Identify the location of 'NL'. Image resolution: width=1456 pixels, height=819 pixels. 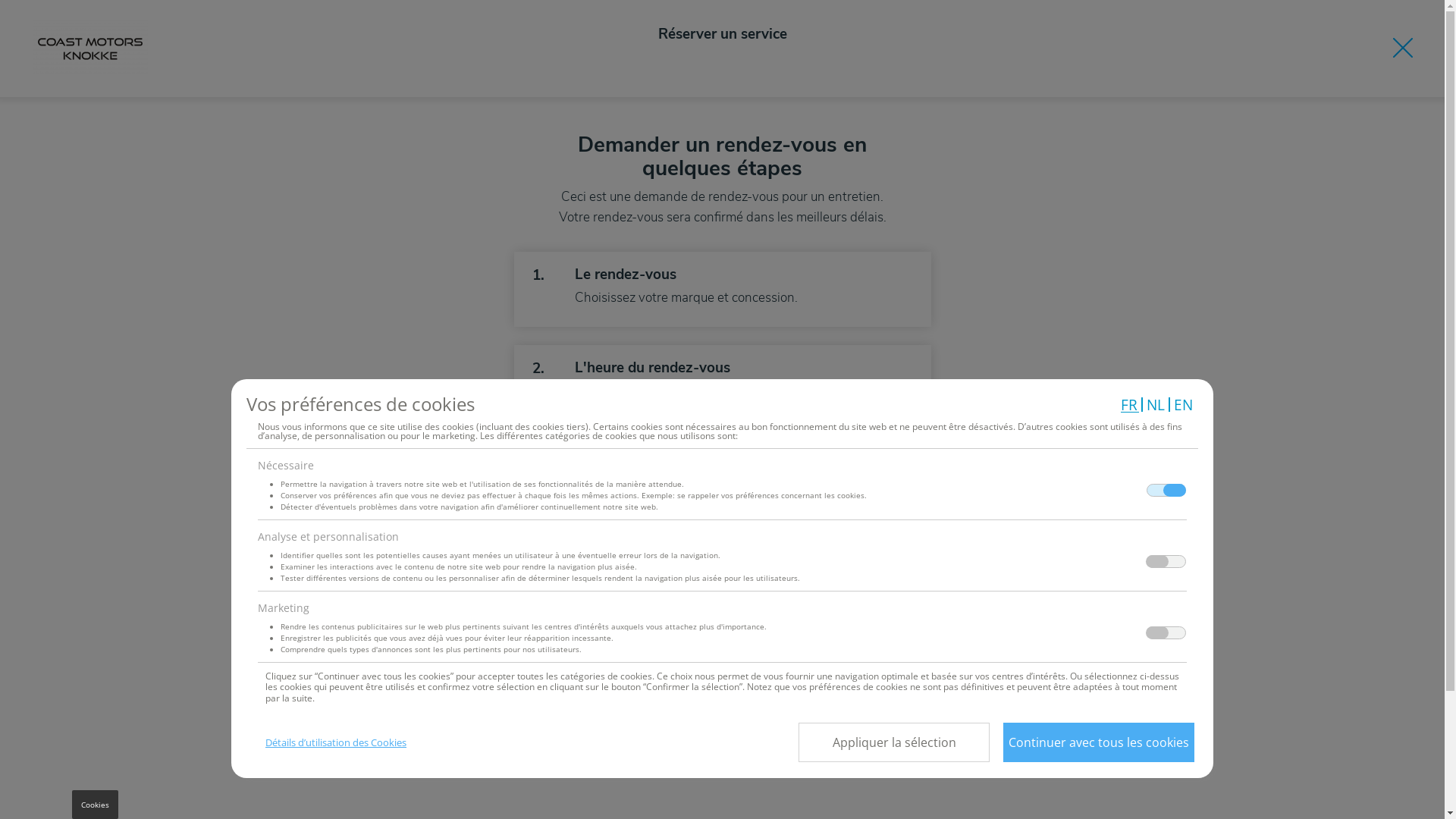
(1156, 403).